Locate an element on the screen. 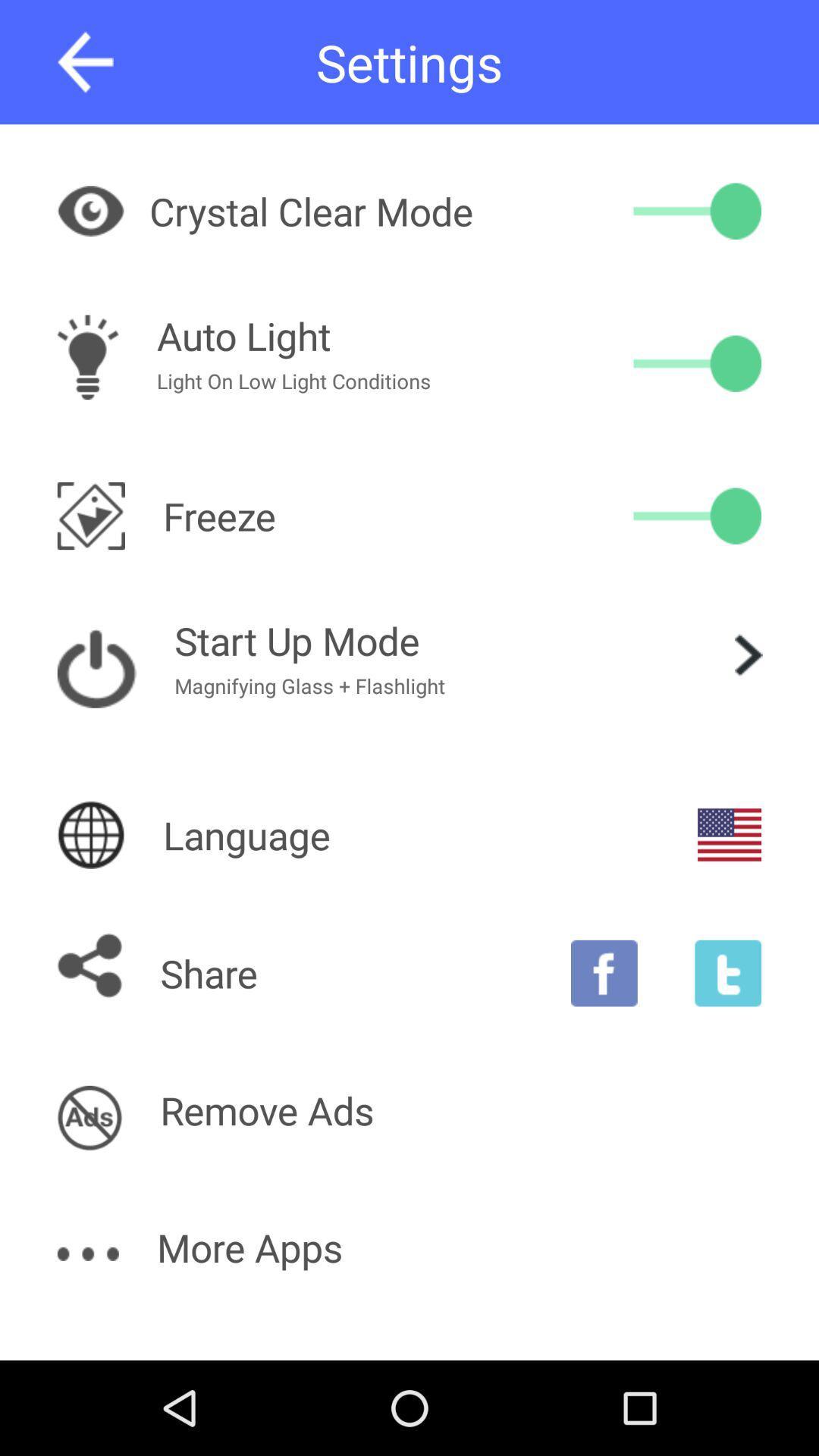 Image resolution: width=819 pixels, height=1456 pixels. the item to the right of crystal clear mode app is located at coordinates (697, 210).